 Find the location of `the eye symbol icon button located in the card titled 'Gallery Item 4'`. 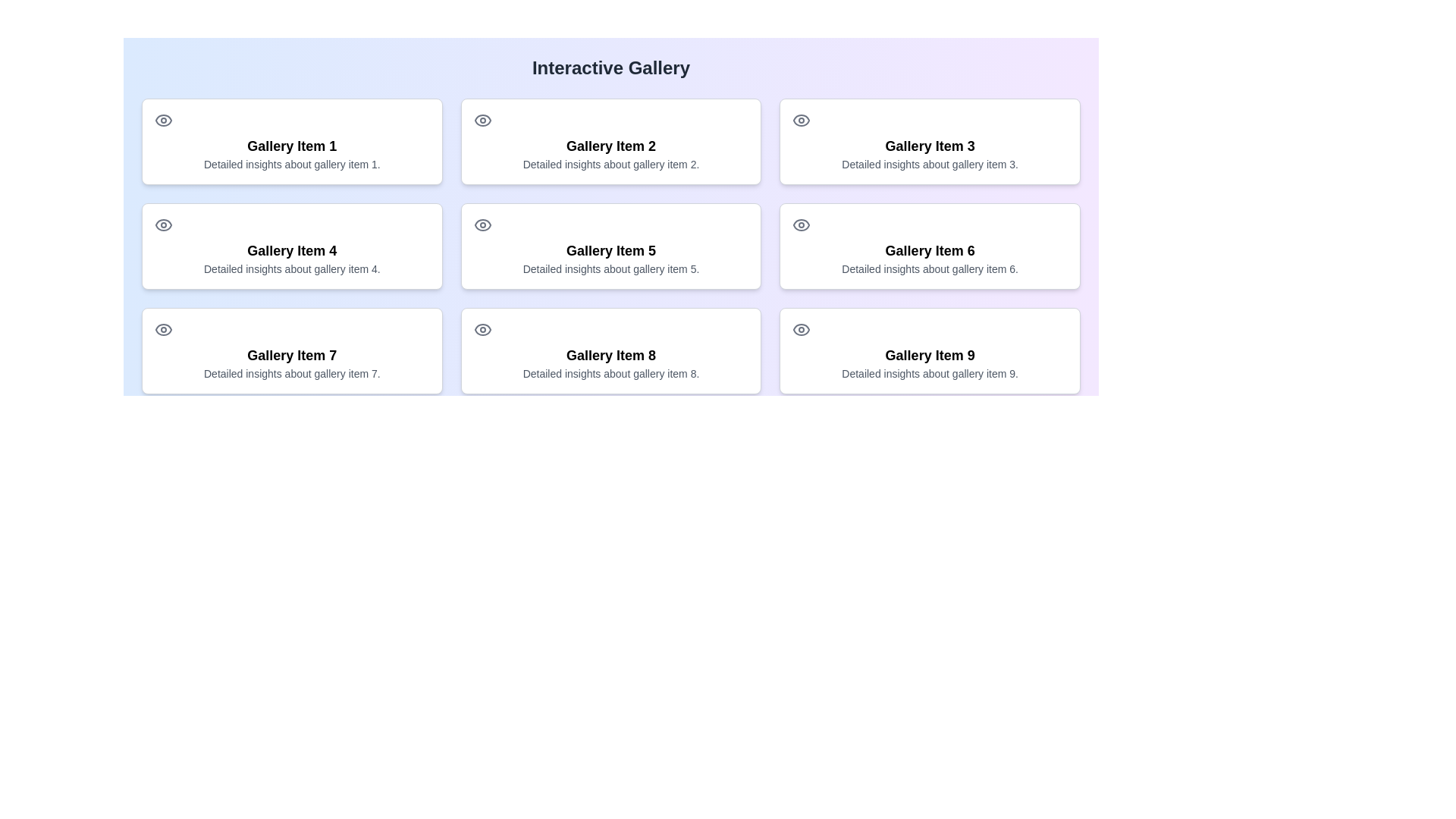

the eye symbol icon button located in the card titled 'Gallery Item 4' is located at coordinates (164, 225).